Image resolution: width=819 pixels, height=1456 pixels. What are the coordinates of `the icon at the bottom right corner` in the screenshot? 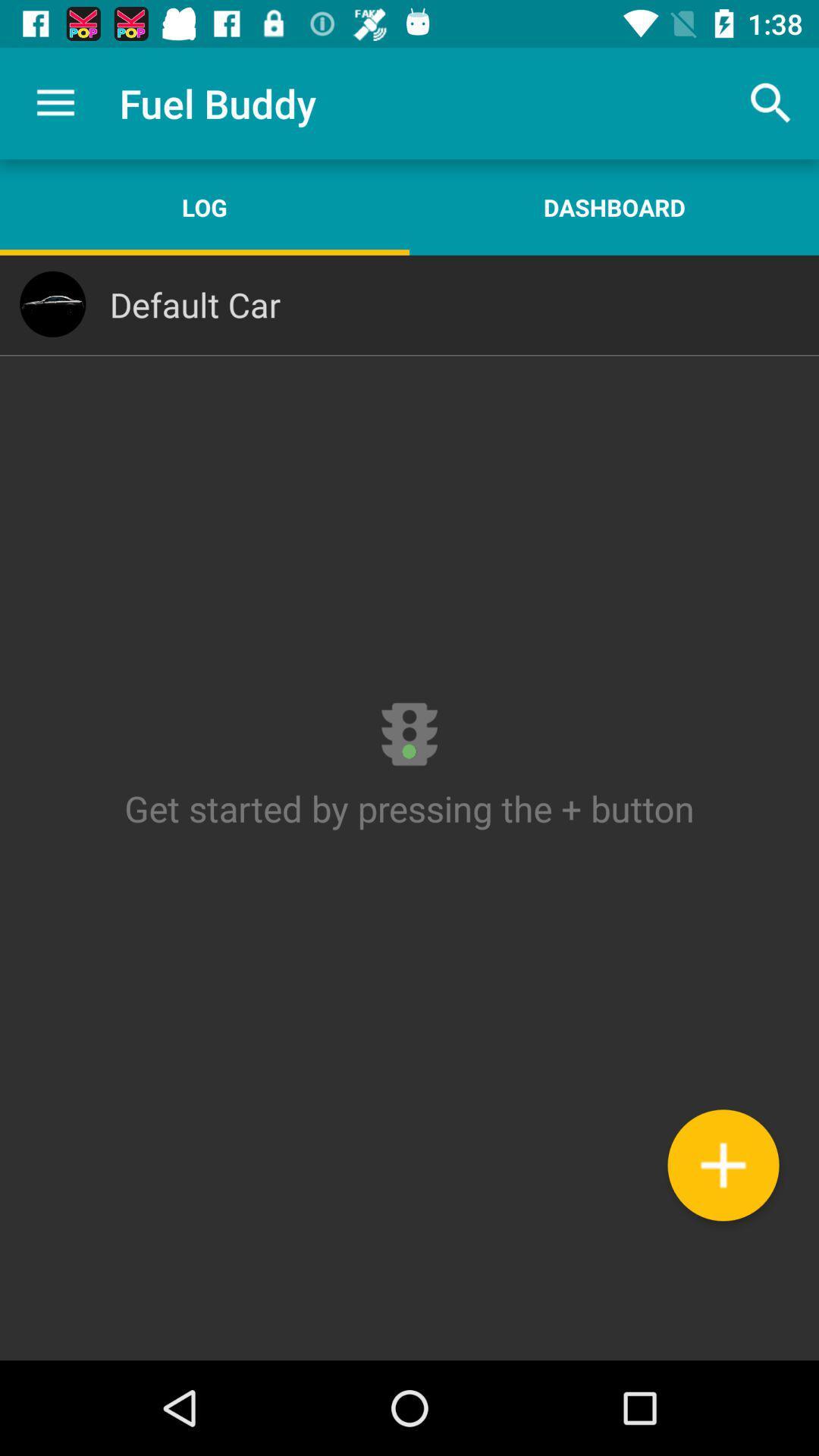 It's located at (722, 1164).